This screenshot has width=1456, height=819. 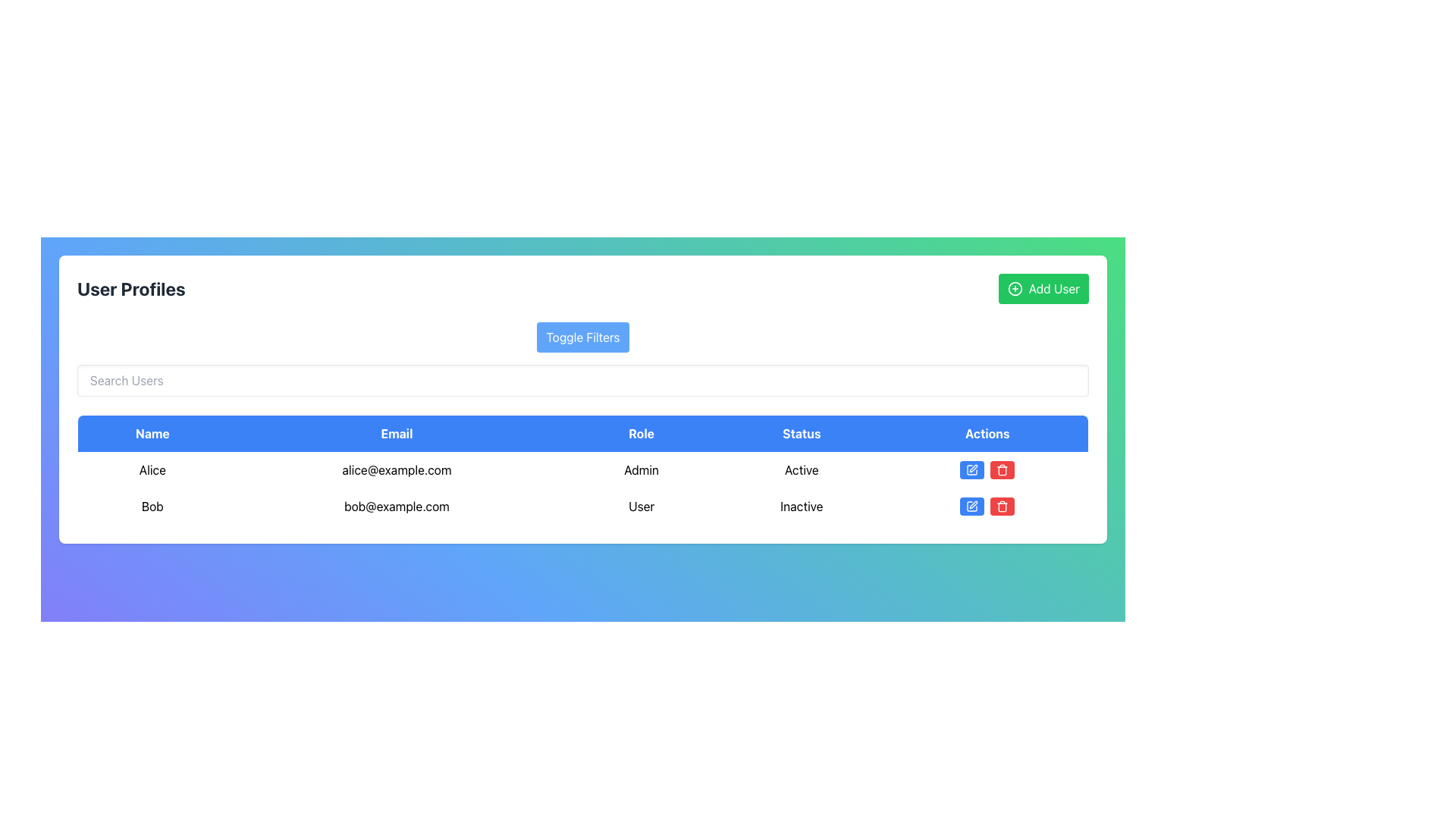 What do you see at coordinates (987, 506) in the screenshot?
I see `the red button in the 'Actions' column of the row corresponding to user 'Bob'` at bounding box center [987, 506].